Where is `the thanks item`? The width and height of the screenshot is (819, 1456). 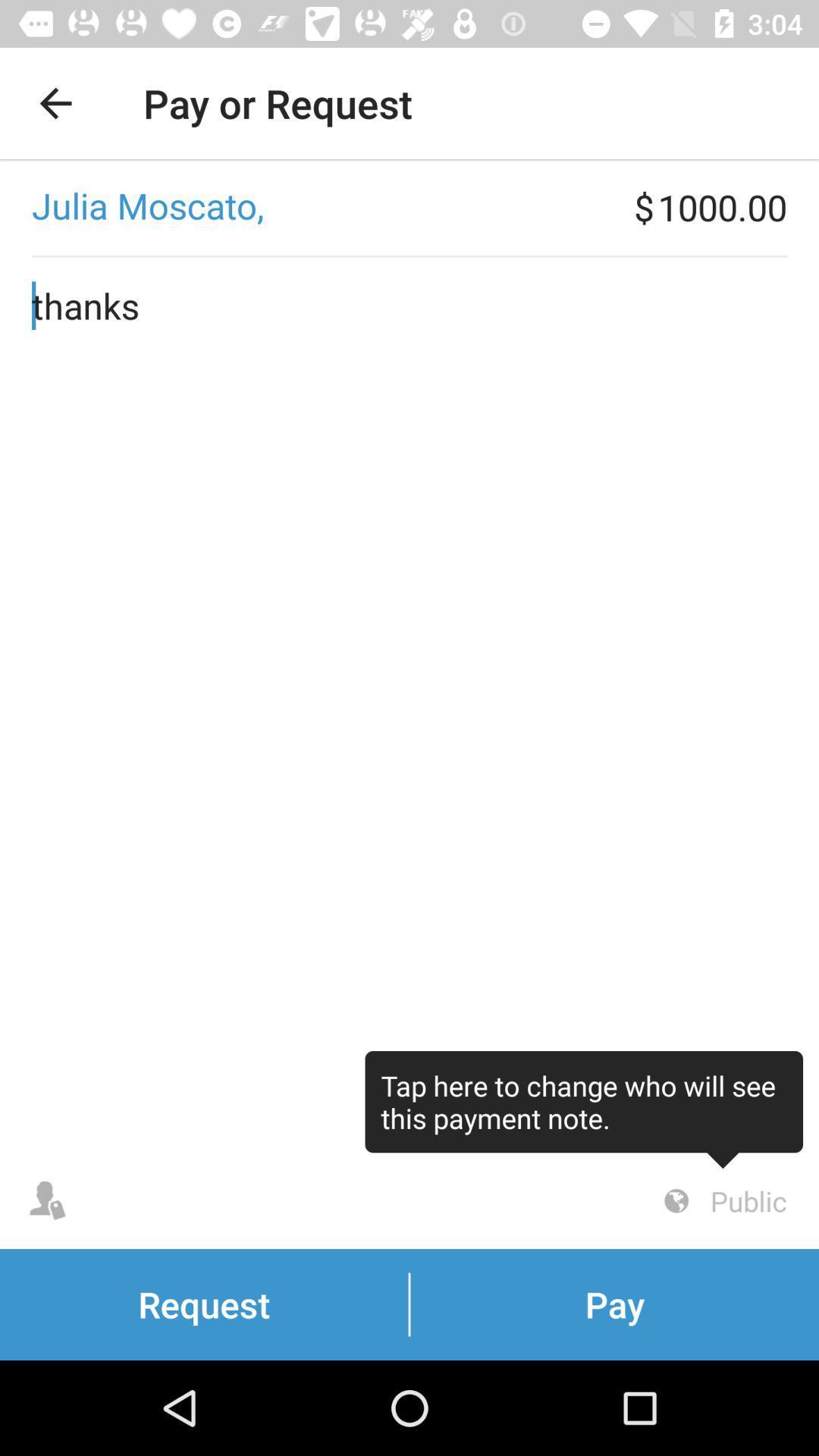
the thanks item is located at coordinates (409, 704).